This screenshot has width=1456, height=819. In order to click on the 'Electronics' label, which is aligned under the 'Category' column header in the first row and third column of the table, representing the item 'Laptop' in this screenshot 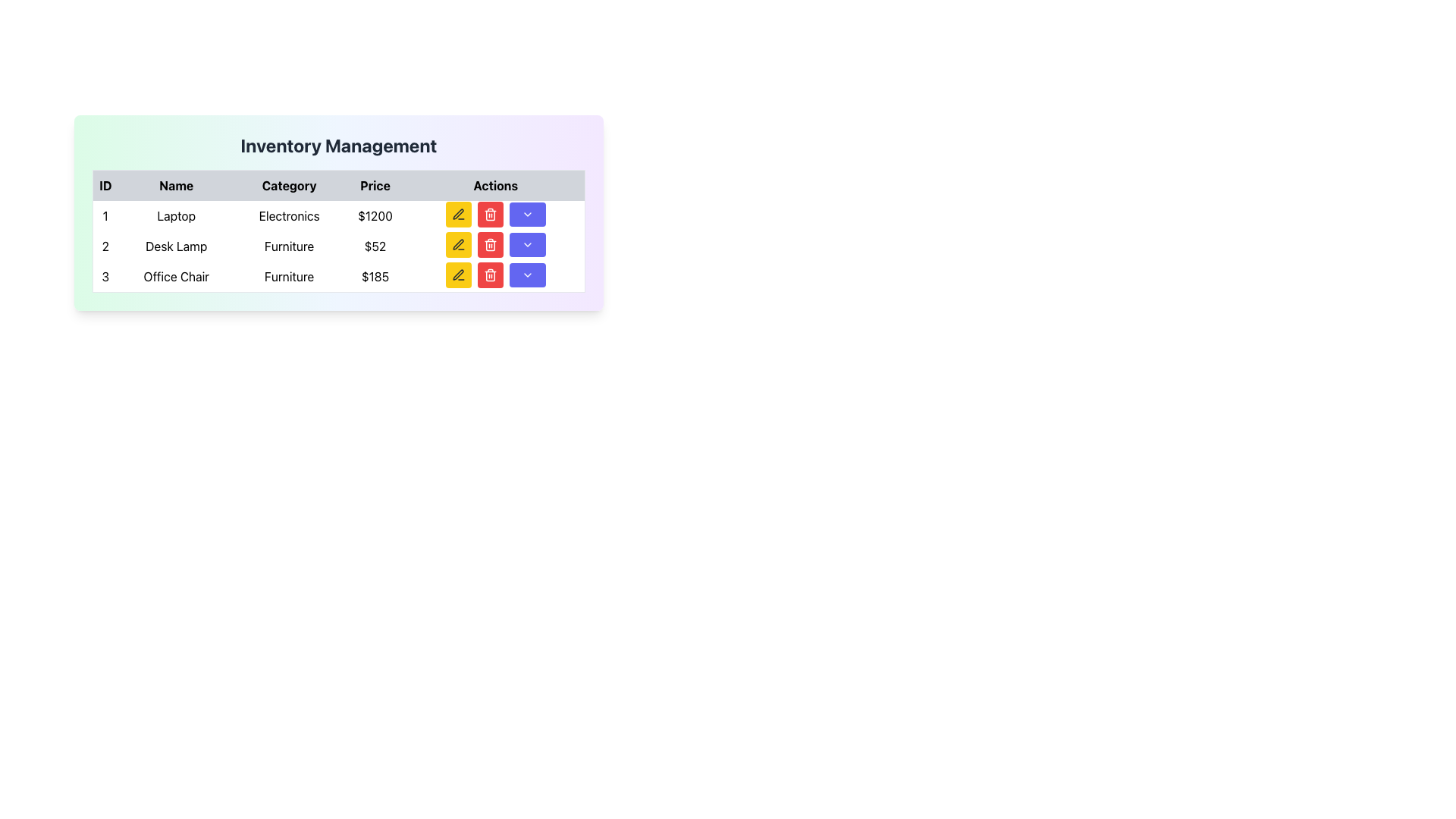, I will do `click(289, 216)`.